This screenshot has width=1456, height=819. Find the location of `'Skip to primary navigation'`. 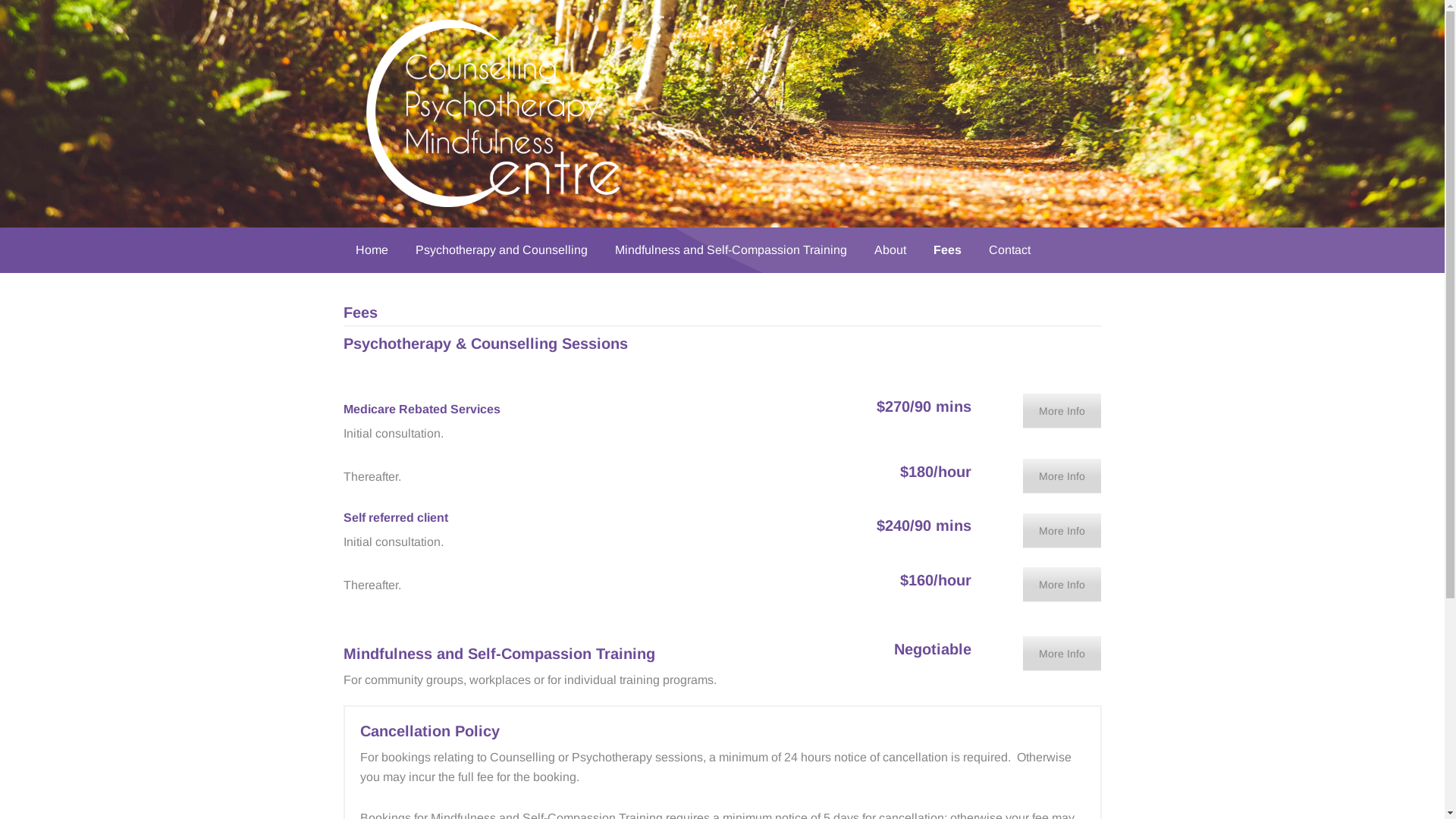

'Skip to primary navigation' is located at coordinates (0, 0).